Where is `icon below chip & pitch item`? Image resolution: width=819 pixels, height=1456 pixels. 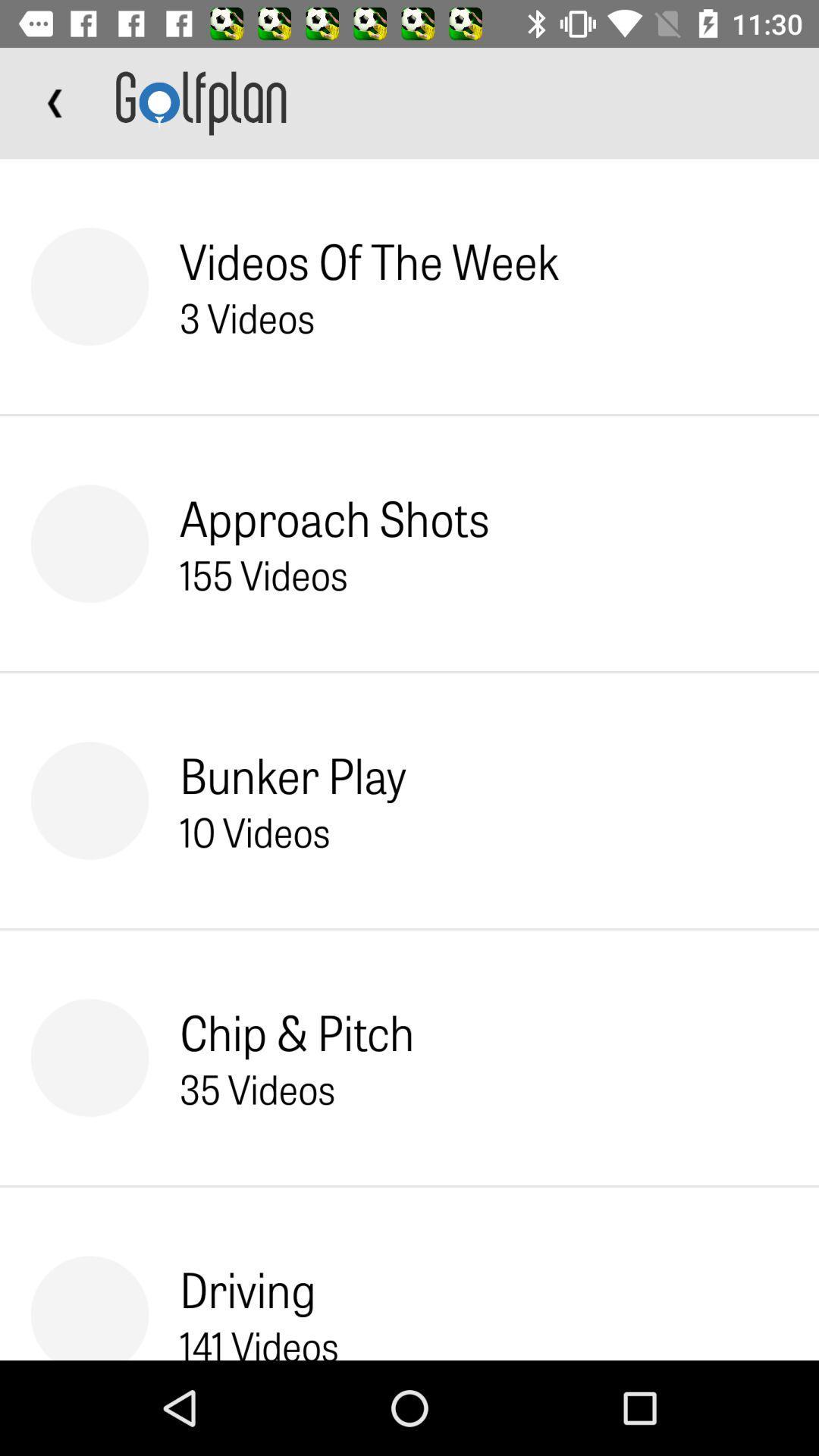
icon below chip & pitch item is located at coordinates (256, 1087).